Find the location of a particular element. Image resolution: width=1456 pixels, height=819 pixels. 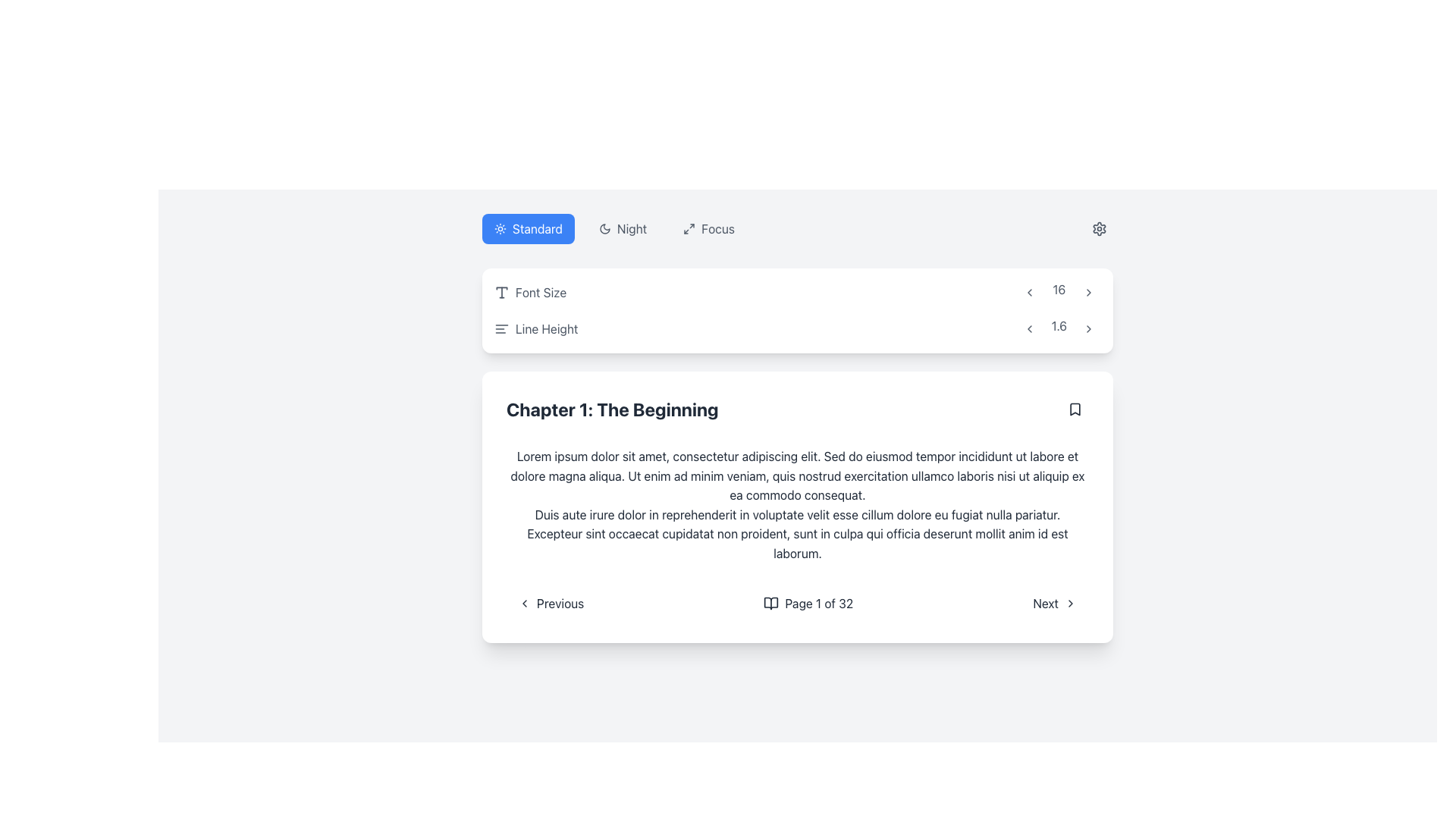

the SVG moon icon on the left side of the 'Night' button is located at coordinates (604, 228).